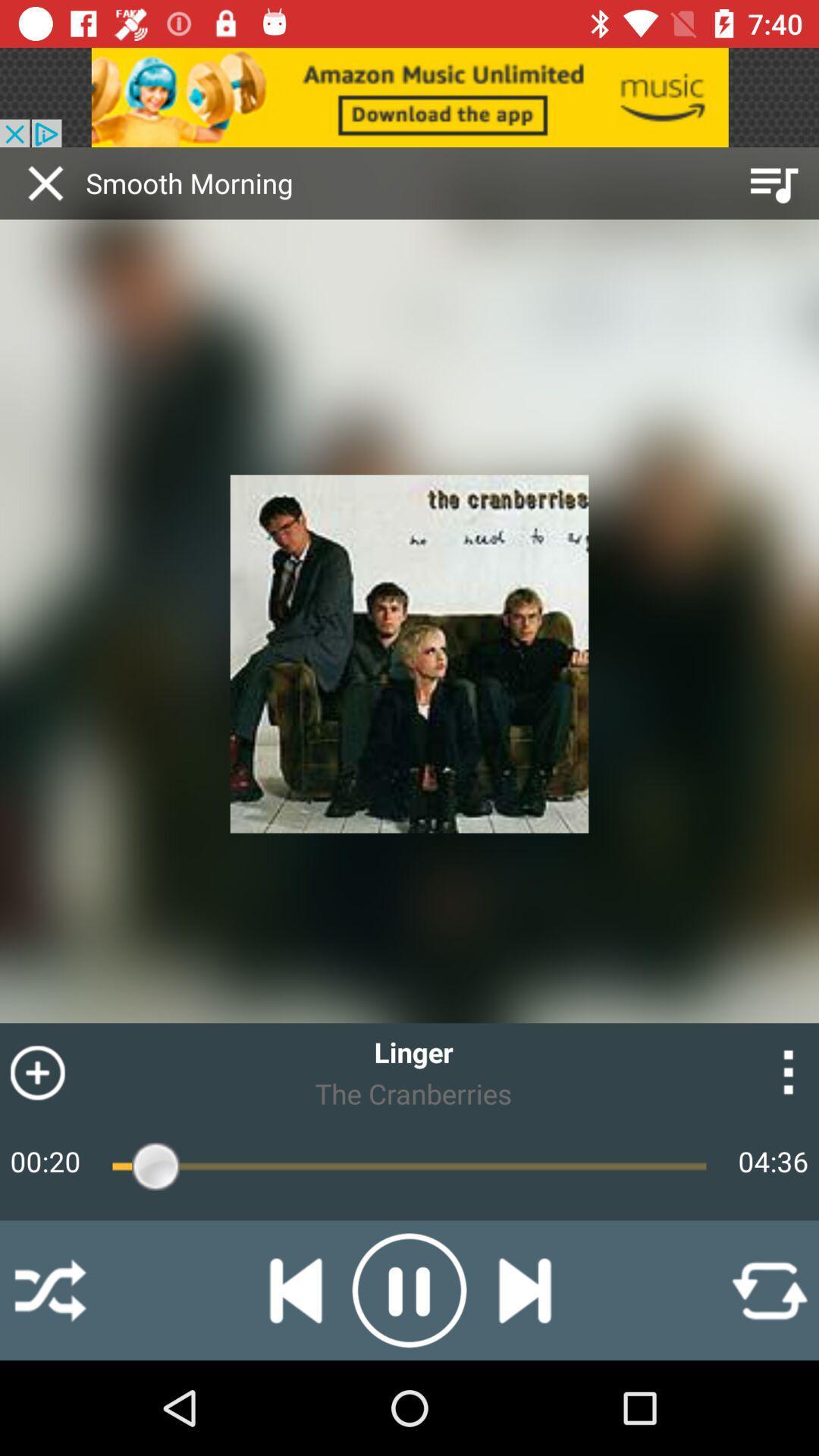 Image resolution: width=819 pixels, height=1456 pixels. What do you see at coordinates (36, 1072) in the screenshot?
I see `the add icon` at bounding box center [36, 1072].